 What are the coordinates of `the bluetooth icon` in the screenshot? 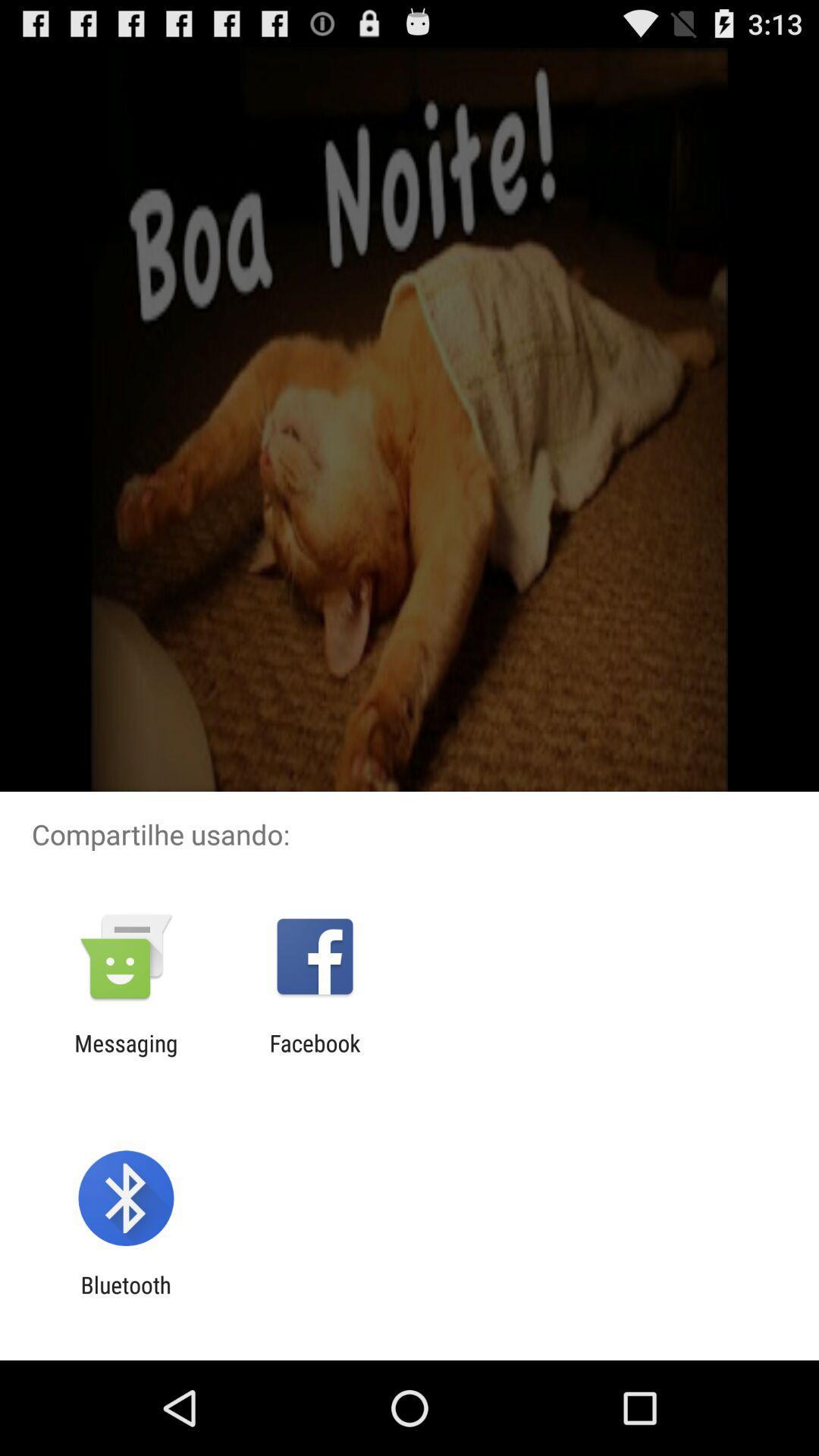 It's located at (125, 1298).